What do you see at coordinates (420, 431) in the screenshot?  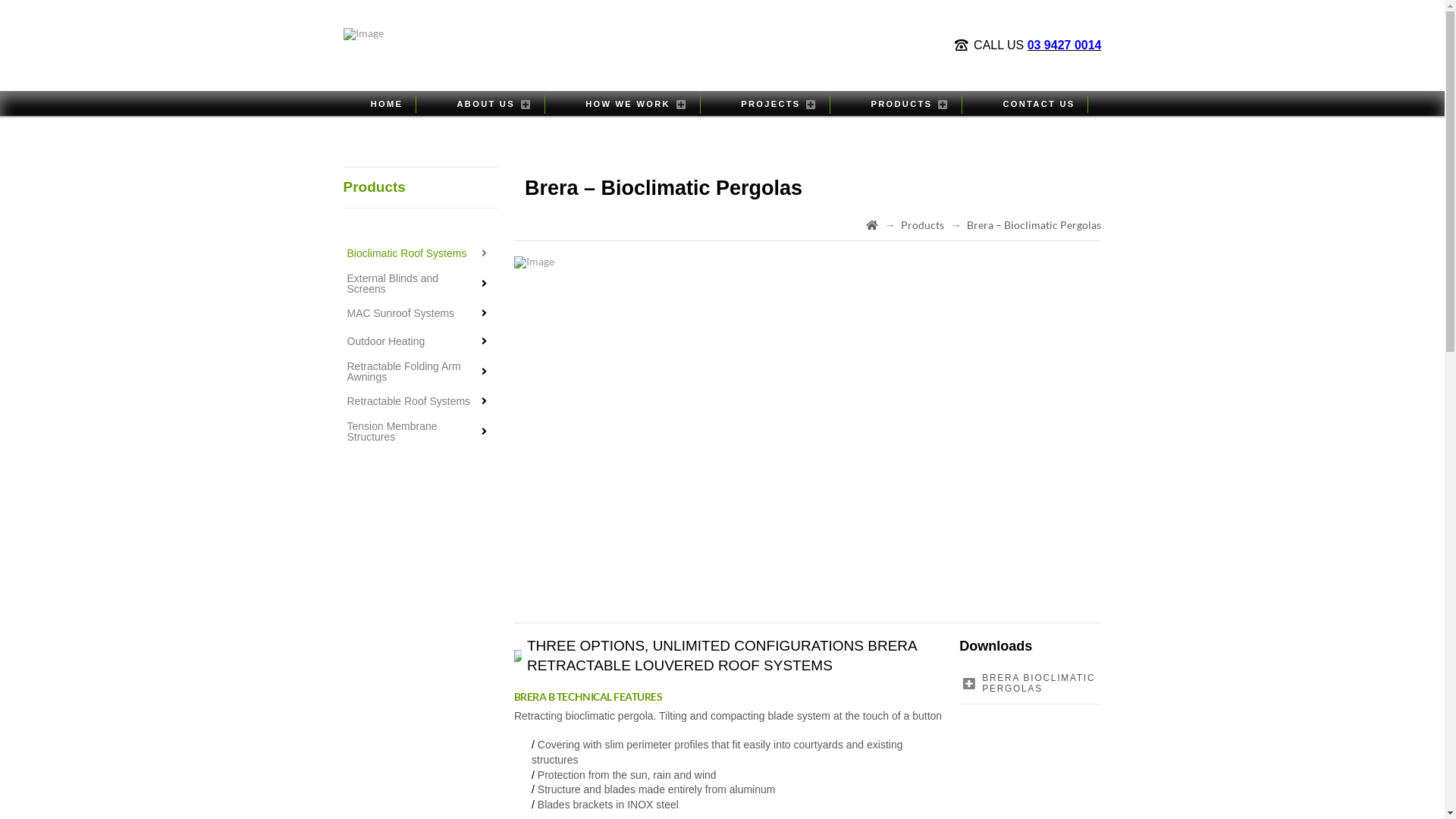 I see `'Tension Membrane Structures'` at bounding box center [420, 431].